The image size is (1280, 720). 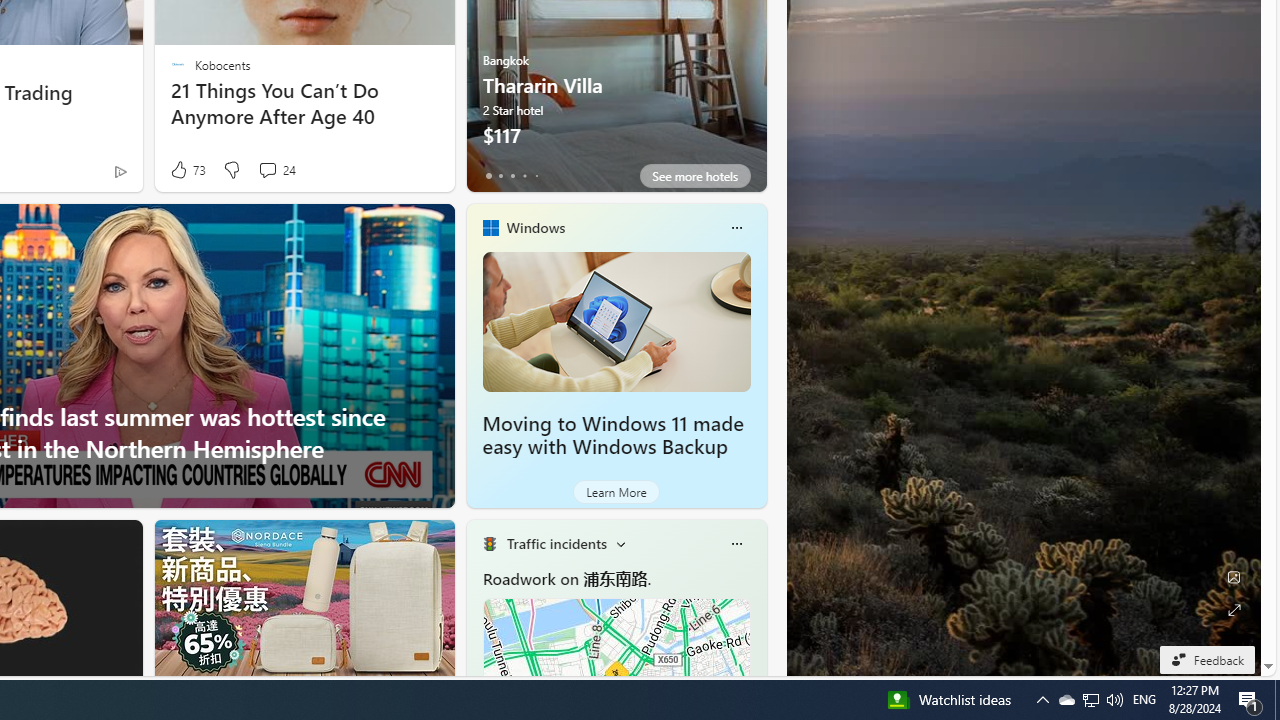 I want to click on 'Moving to Windows 11 made easy with Windows Backup', so click(x=615, y=320).